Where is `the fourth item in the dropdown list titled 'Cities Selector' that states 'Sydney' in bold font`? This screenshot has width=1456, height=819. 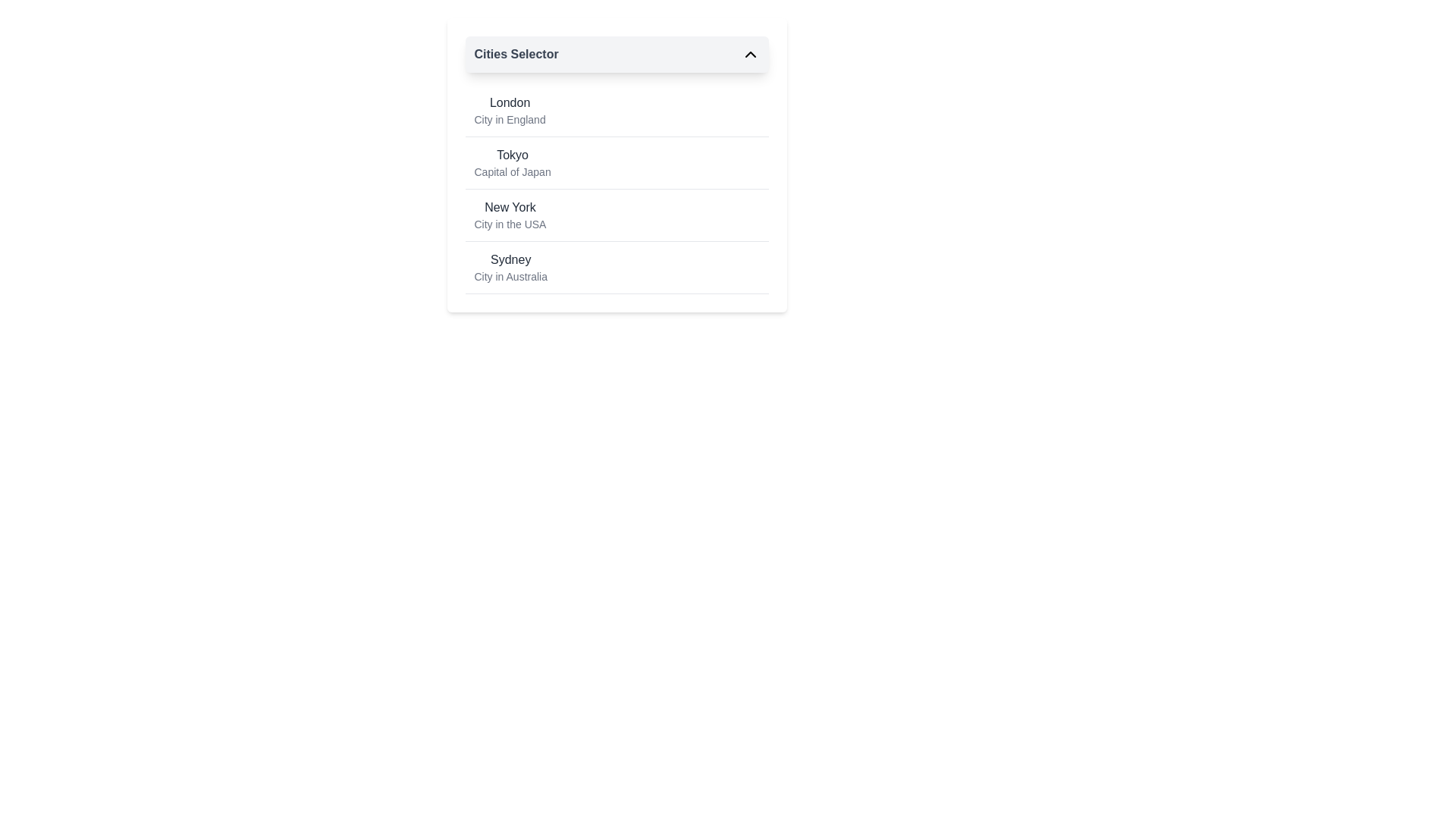 the fourth item in the dropdown list titled 'Cities Selector' that states 'Sydney' in bold font is located at coordinates (617, 267).